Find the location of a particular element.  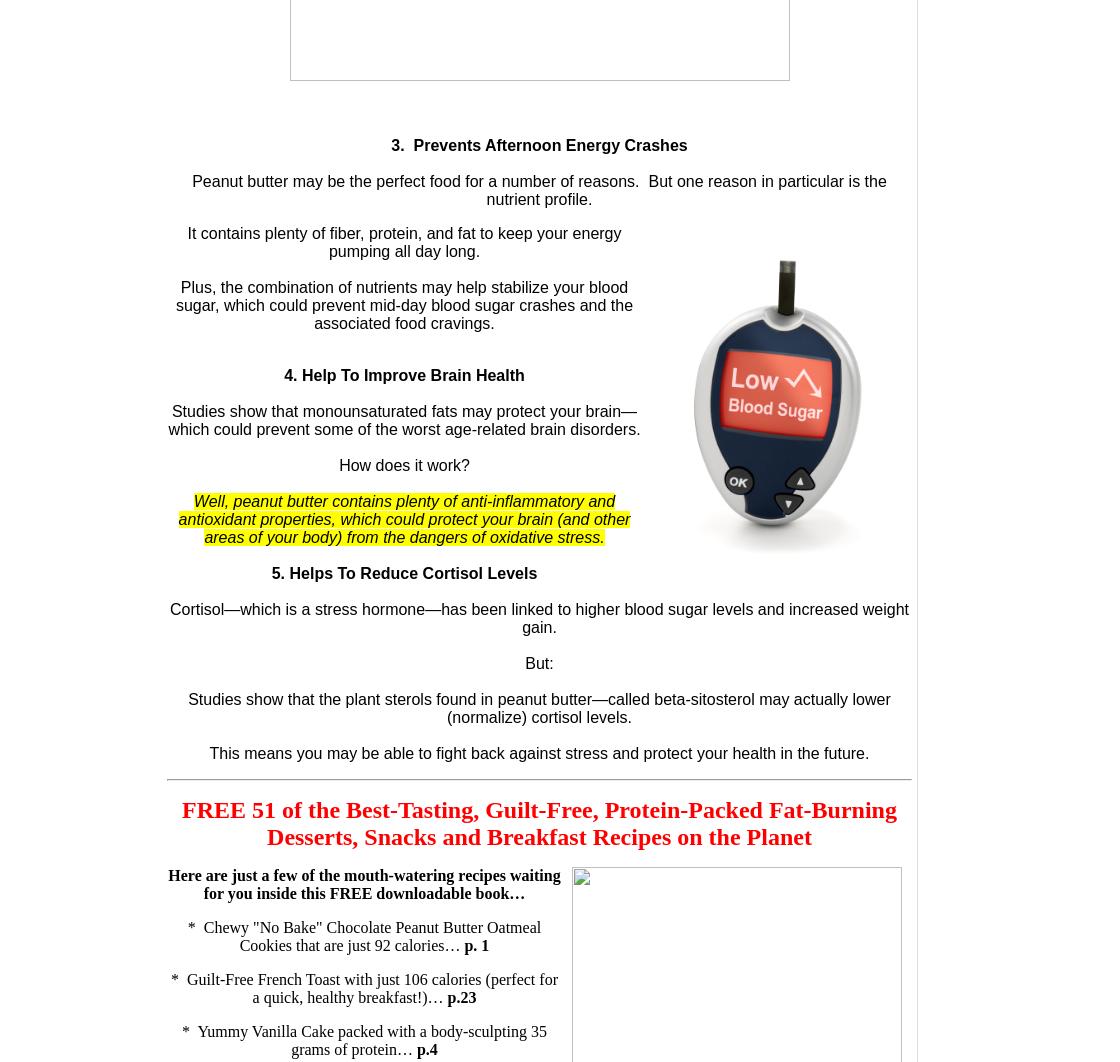

'Studies show that the plant sterols found in peanut butter—called beta-sitosterol may actually lower (normalize) cortisol levels.' is located at coordinates (538, 708).